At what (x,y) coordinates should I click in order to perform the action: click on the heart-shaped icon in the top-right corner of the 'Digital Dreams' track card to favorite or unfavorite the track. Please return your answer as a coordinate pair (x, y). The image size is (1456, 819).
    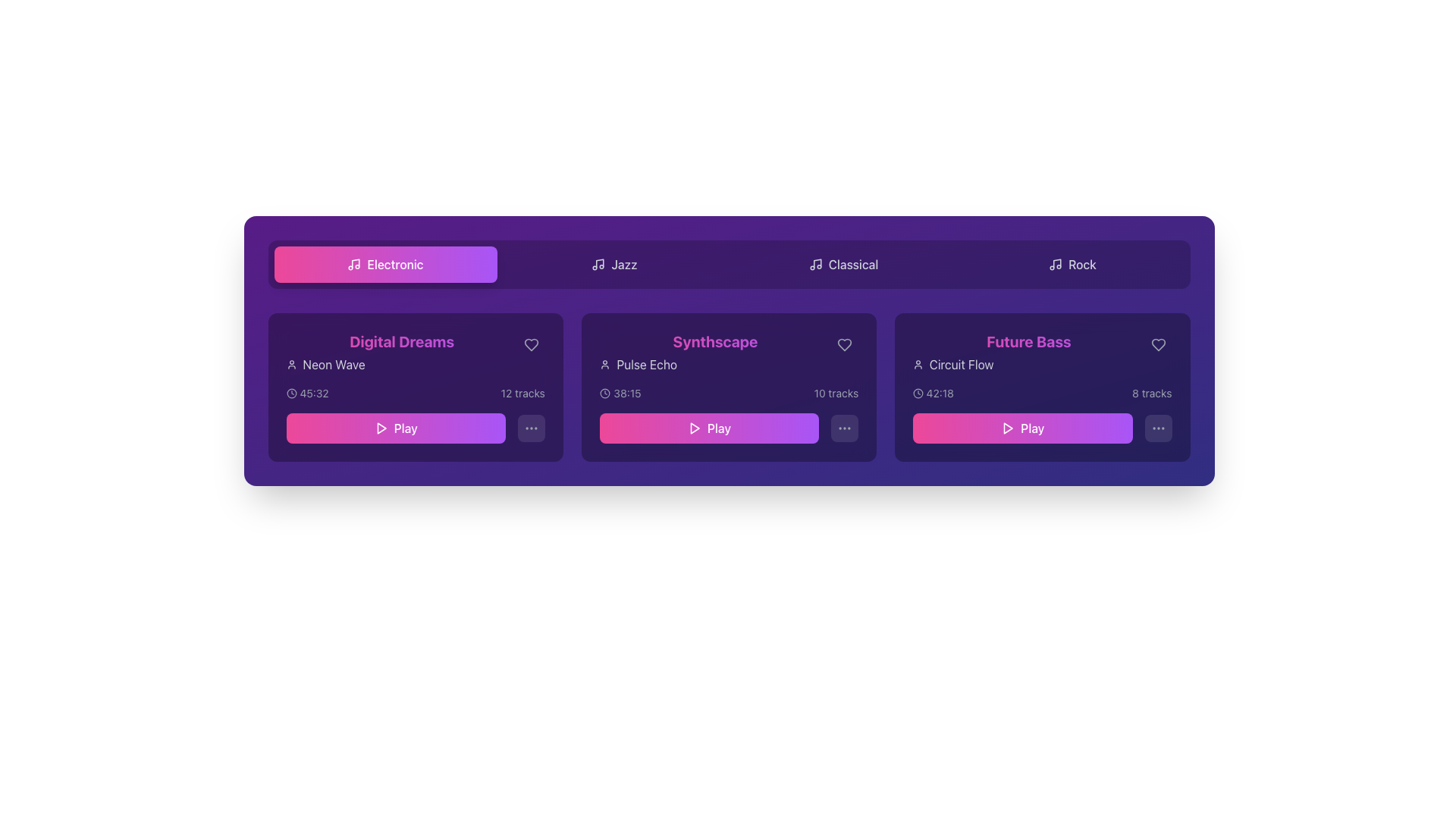
    Looking at the image, I should click on (531, 345).